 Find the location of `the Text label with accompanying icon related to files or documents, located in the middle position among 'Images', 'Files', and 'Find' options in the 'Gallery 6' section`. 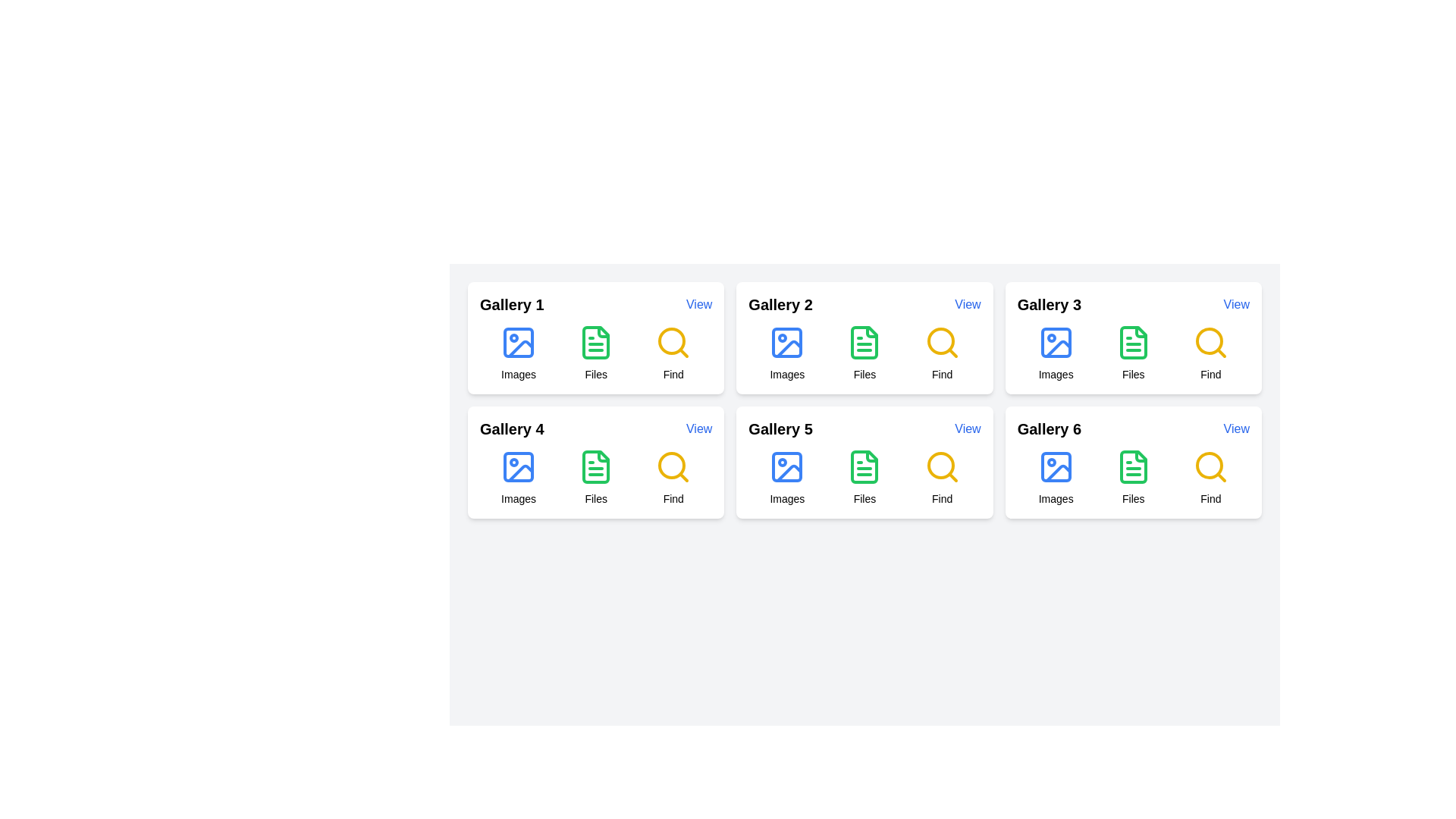

the Text label with accompanying icon related to files or documents, located in the middle position among 'Images', 'Files', and 'Find' options in the 'Gallery 6' section is located at coordinates (1133, 476).